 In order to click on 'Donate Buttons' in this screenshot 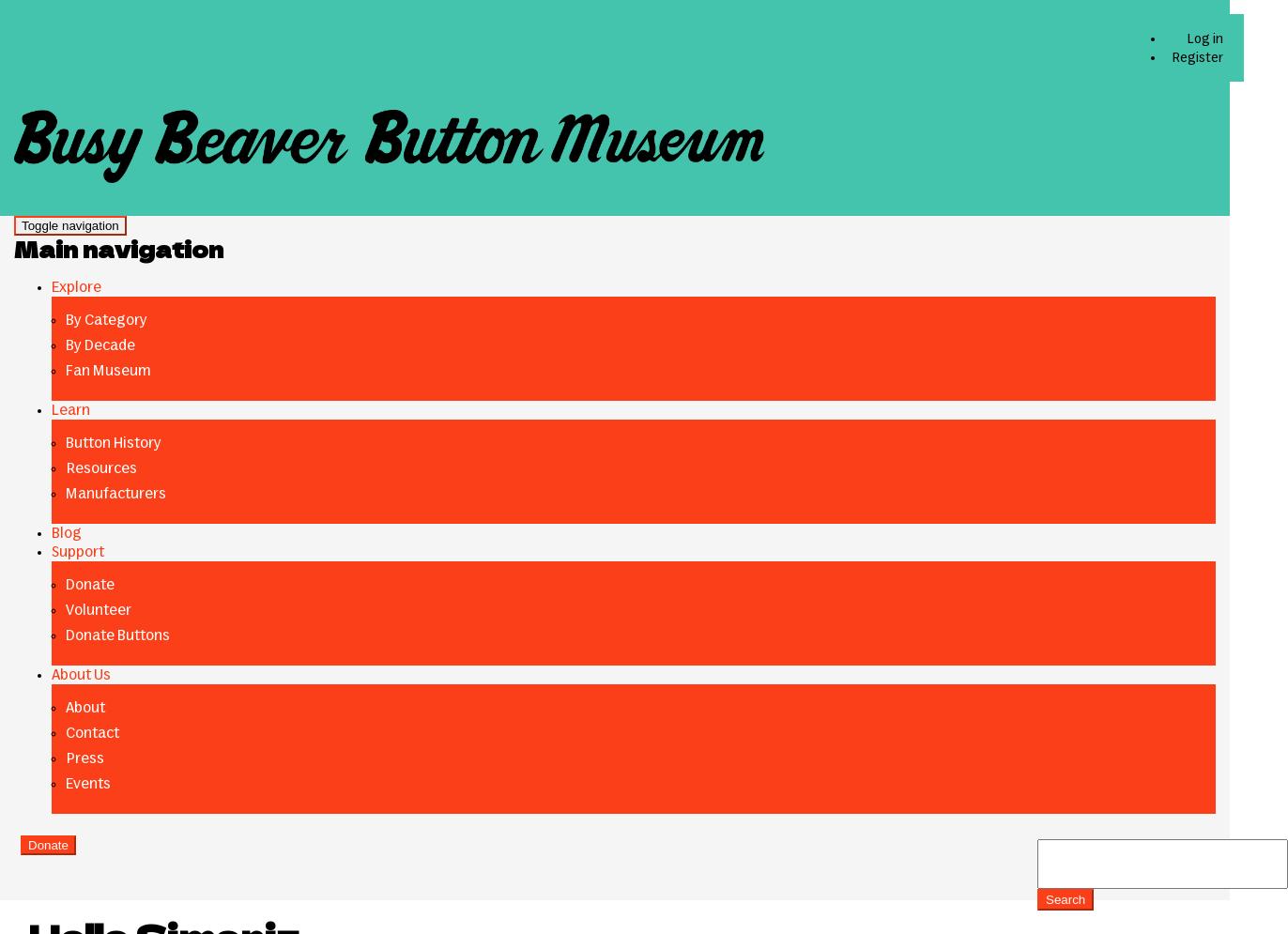, I will do `click(116, 634)`.